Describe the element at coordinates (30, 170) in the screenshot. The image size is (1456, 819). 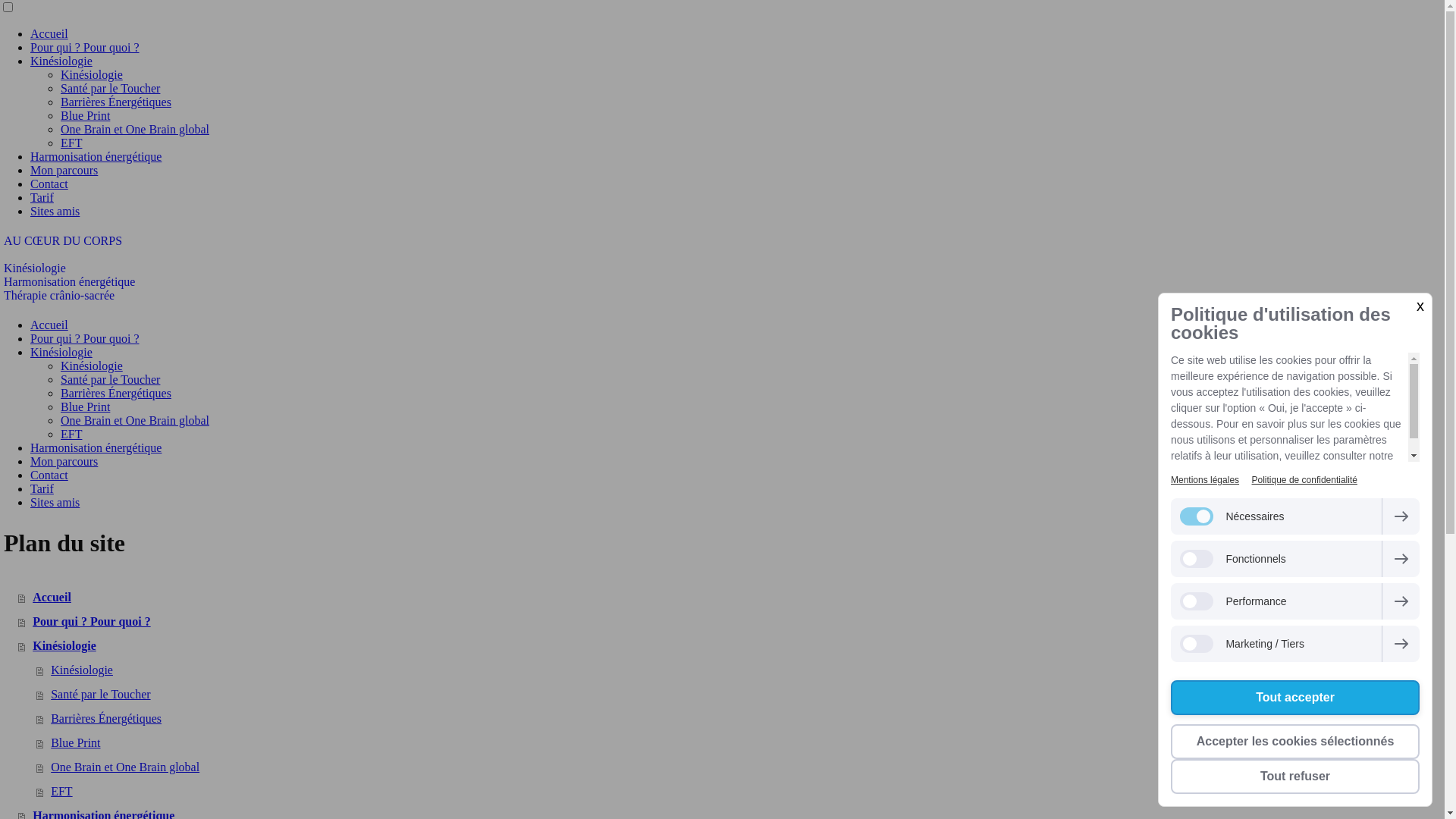
I see `'Mon parcours'` at that location.